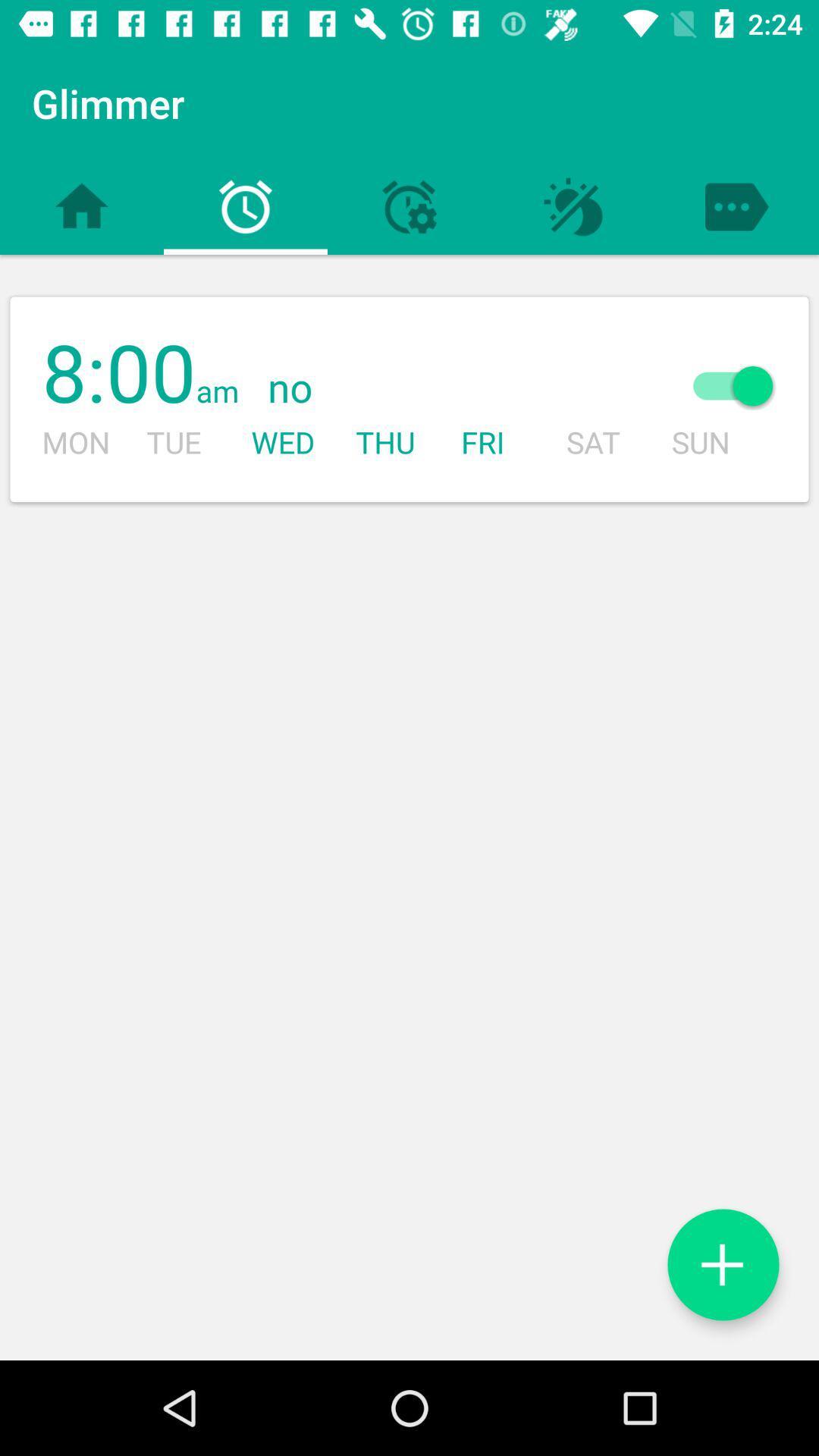  What do you see at coordinates (722, 1264) in the screenshot?
I see `another alarm` at bounding box center [722, 1264].